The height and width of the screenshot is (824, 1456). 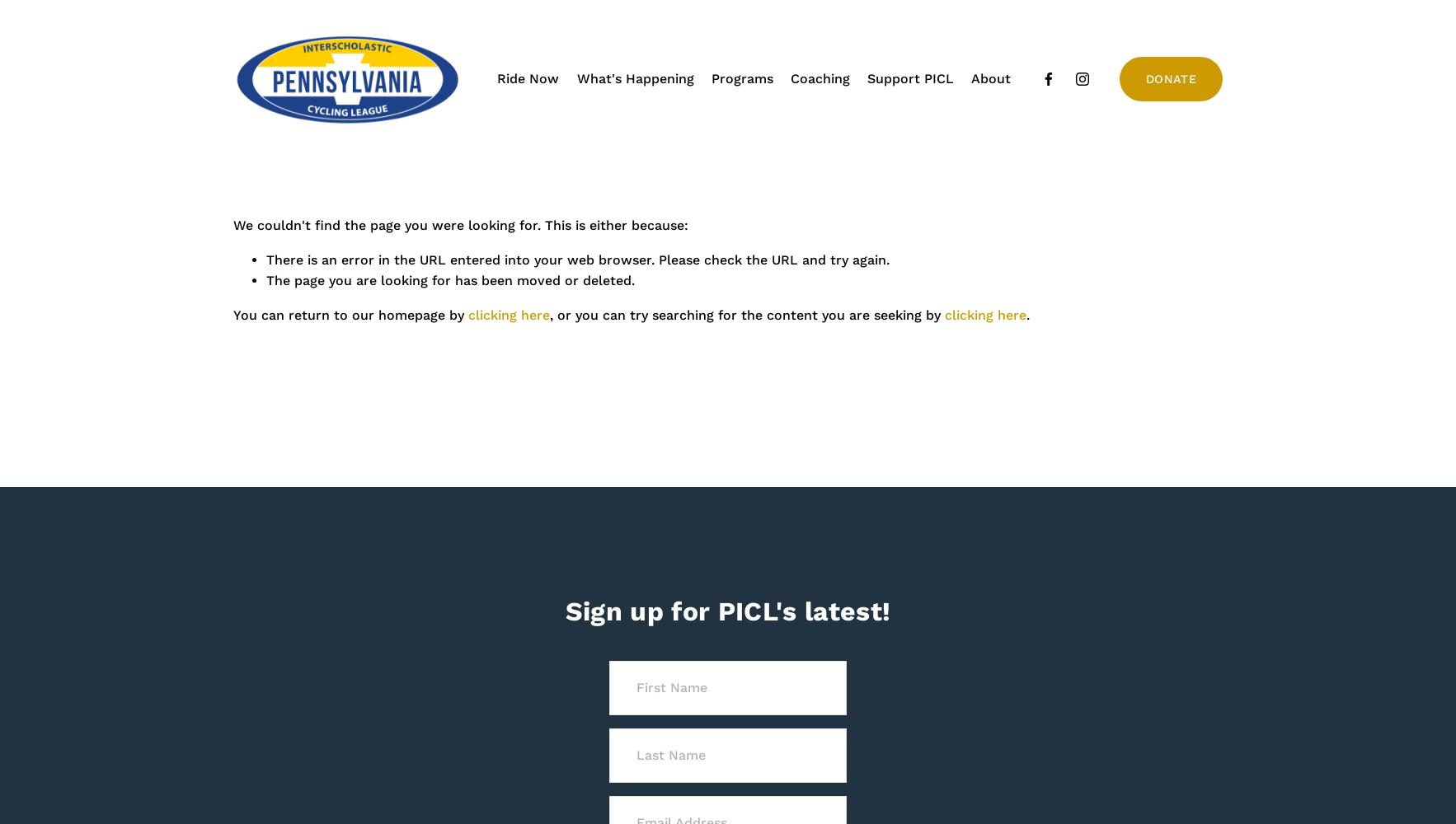 I want to click on 'About', so click(x=989, y=77).